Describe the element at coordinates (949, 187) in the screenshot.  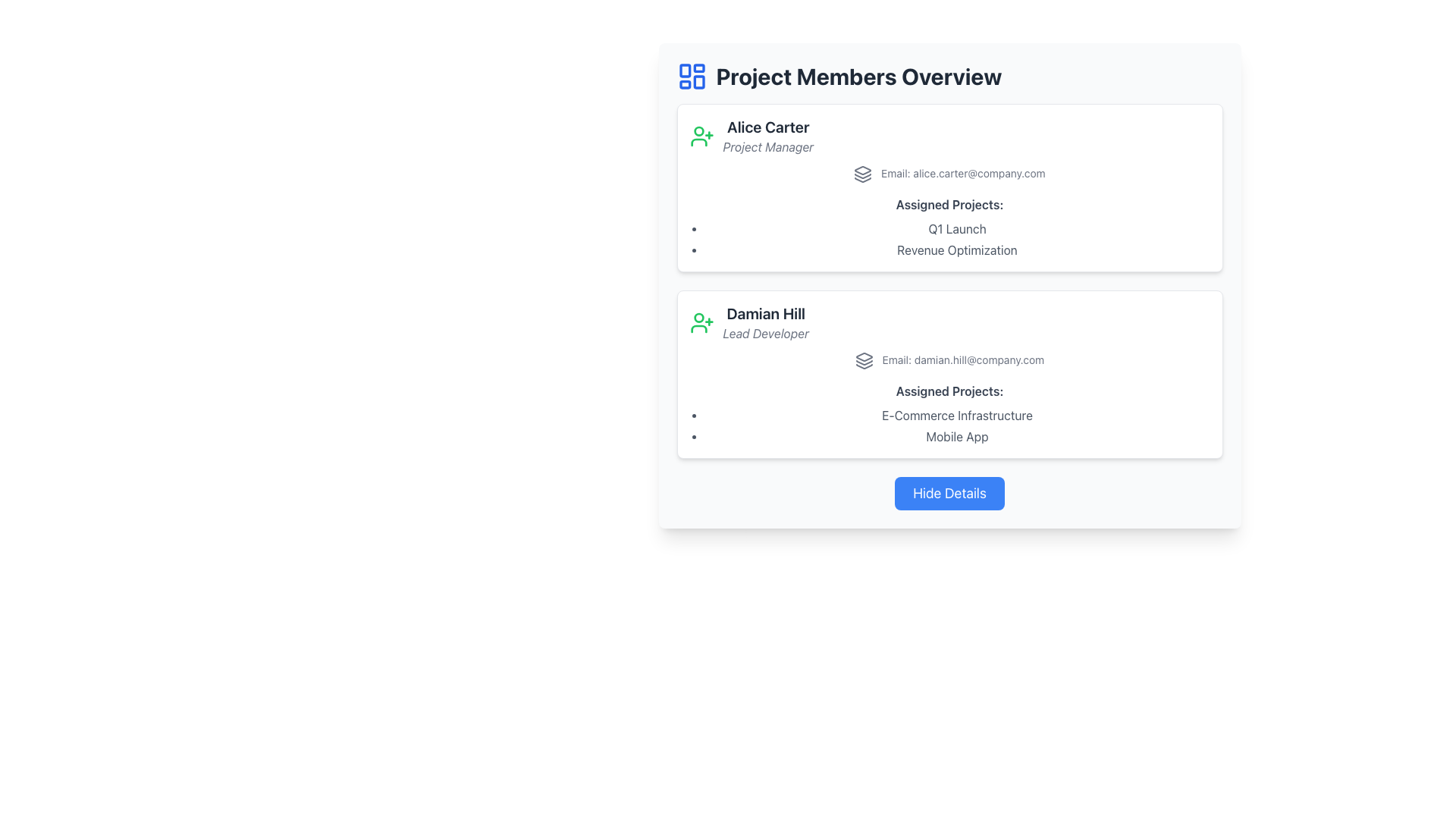
I see `to select the Information card displaying details for 'Alice Carter', the Project Manager, located in the 'Project Members Overview' section` at that location.